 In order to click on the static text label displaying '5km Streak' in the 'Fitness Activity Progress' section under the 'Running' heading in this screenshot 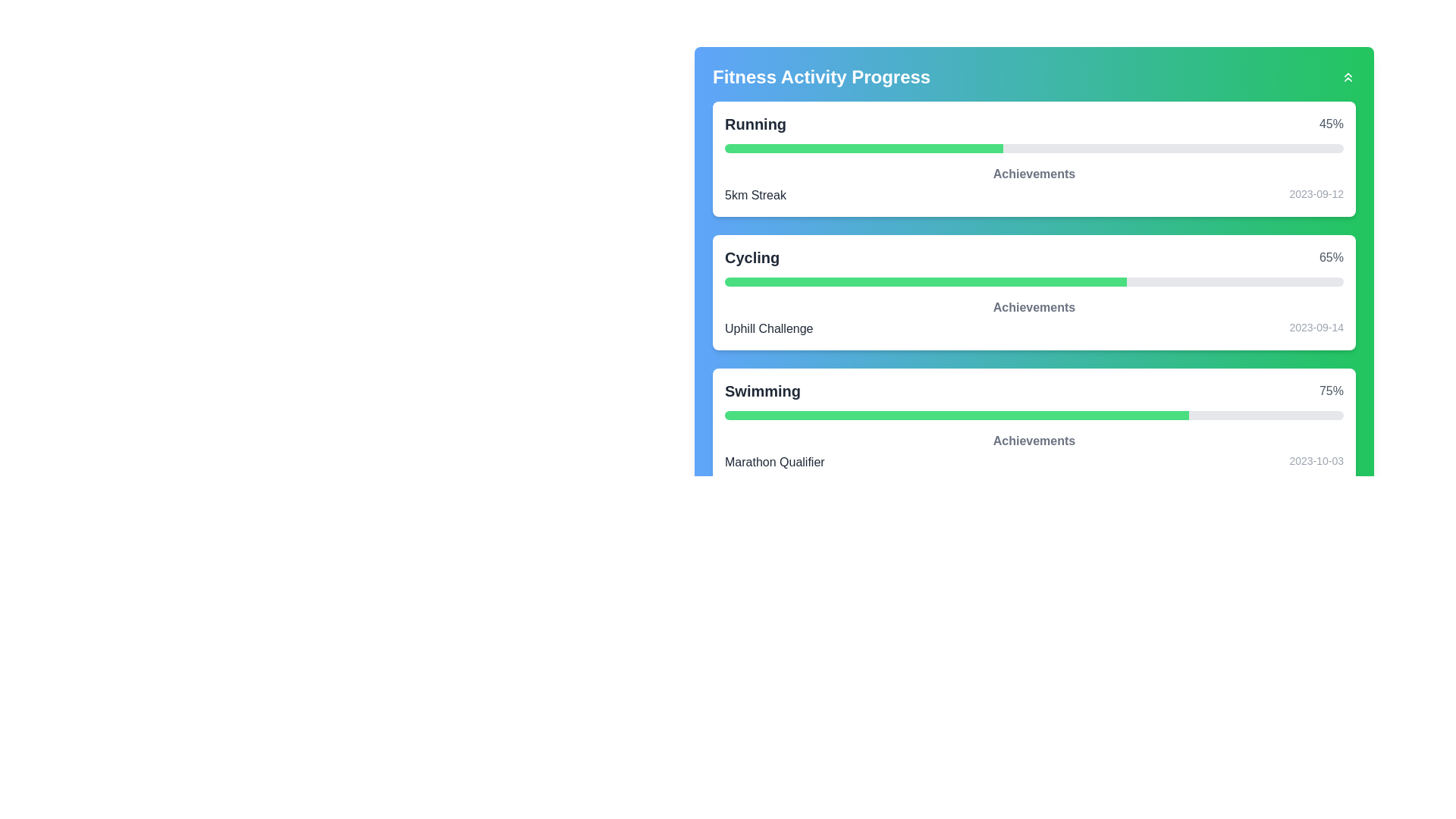, I will do `click(755, 195)`.